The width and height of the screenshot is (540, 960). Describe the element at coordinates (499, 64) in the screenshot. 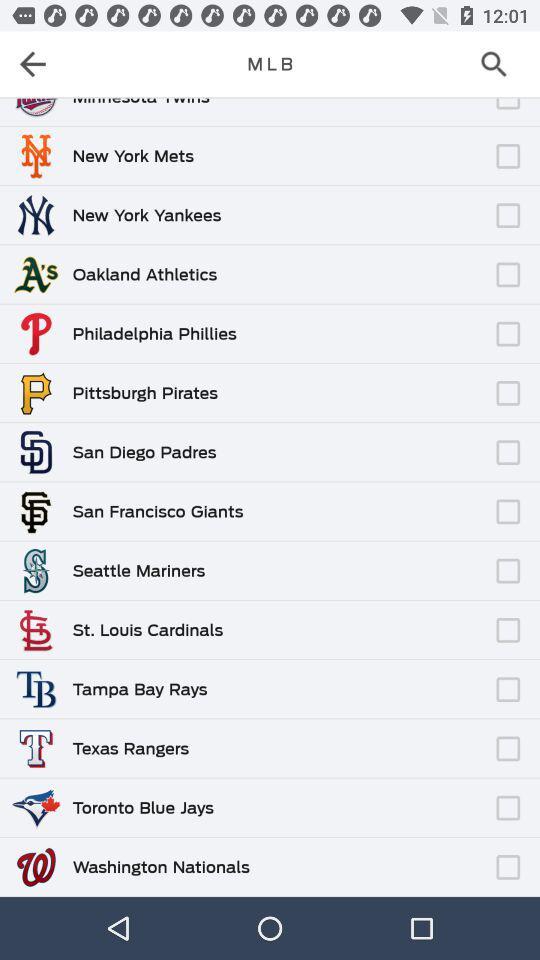

I see `open a search` at that location.